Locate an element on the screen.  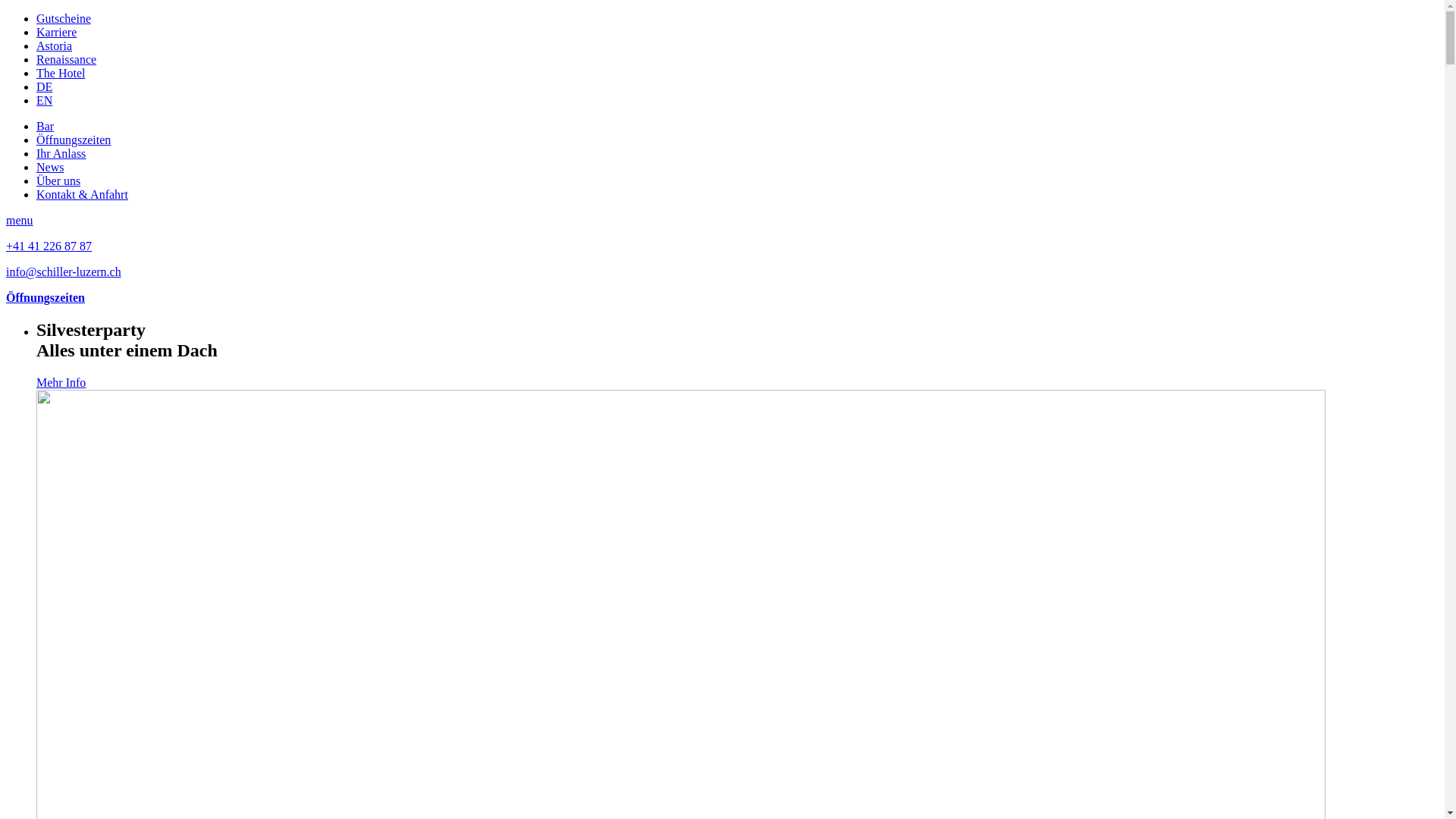
'Gutscheine' is located at coordinates (36, 18).